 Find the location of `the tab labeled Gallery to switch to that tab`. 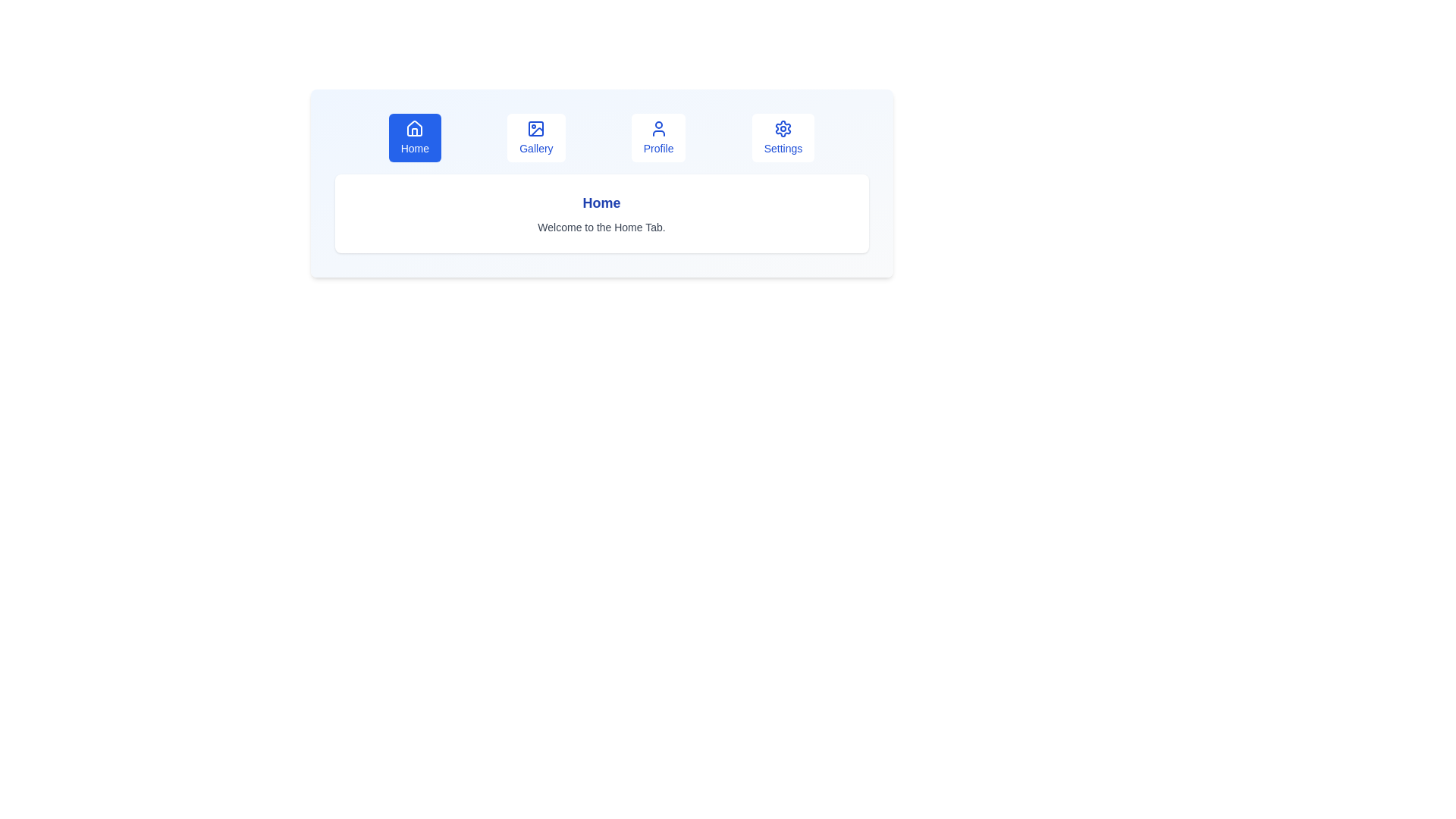

the tab labeled Gallery to switch to that tab is located at coordinates (536, 137).